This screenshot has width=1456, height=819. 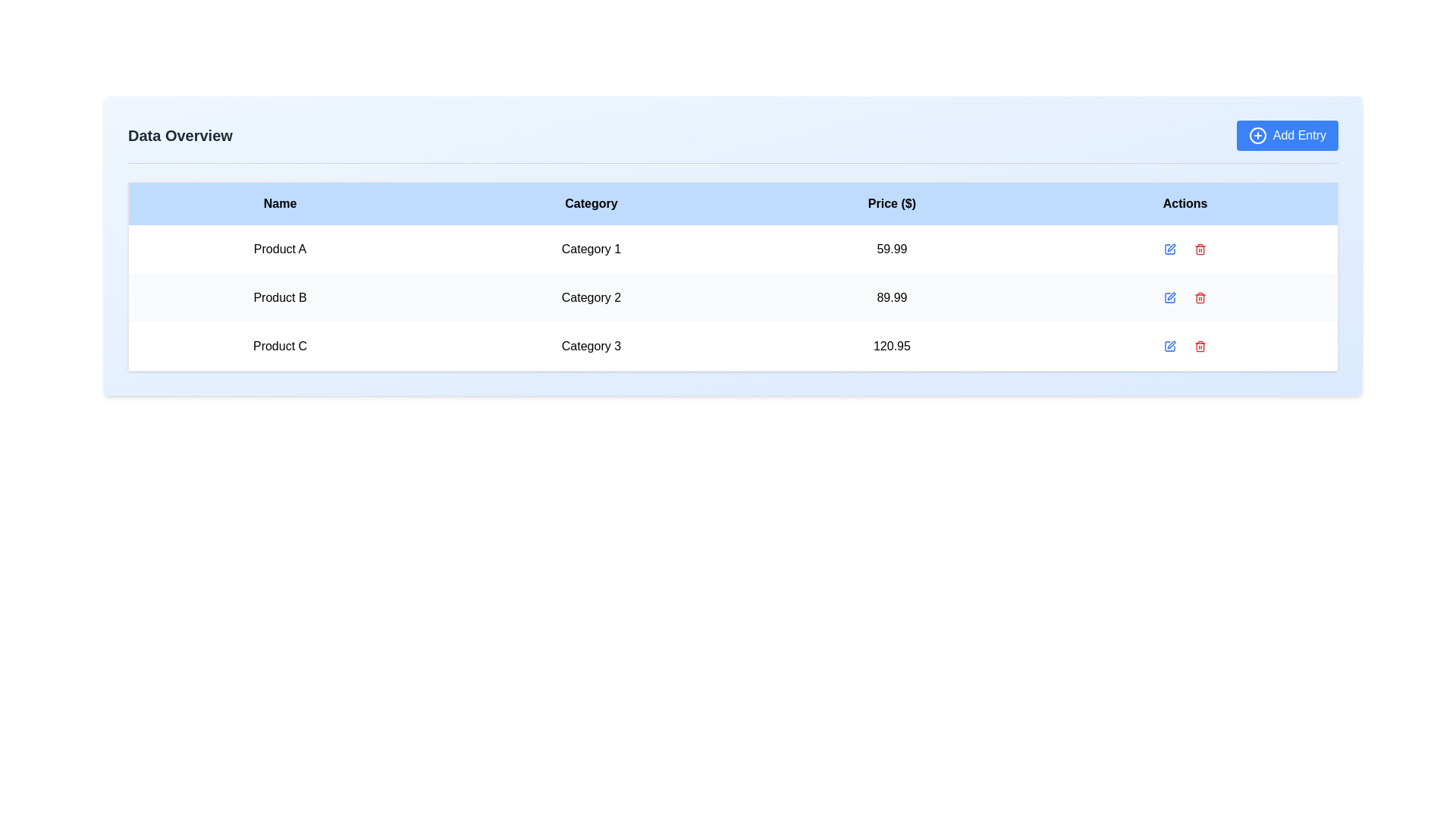 I want to click on the editing function icon located in the 'Actions' column of the first row of the table, so click(x=1169, y=248).